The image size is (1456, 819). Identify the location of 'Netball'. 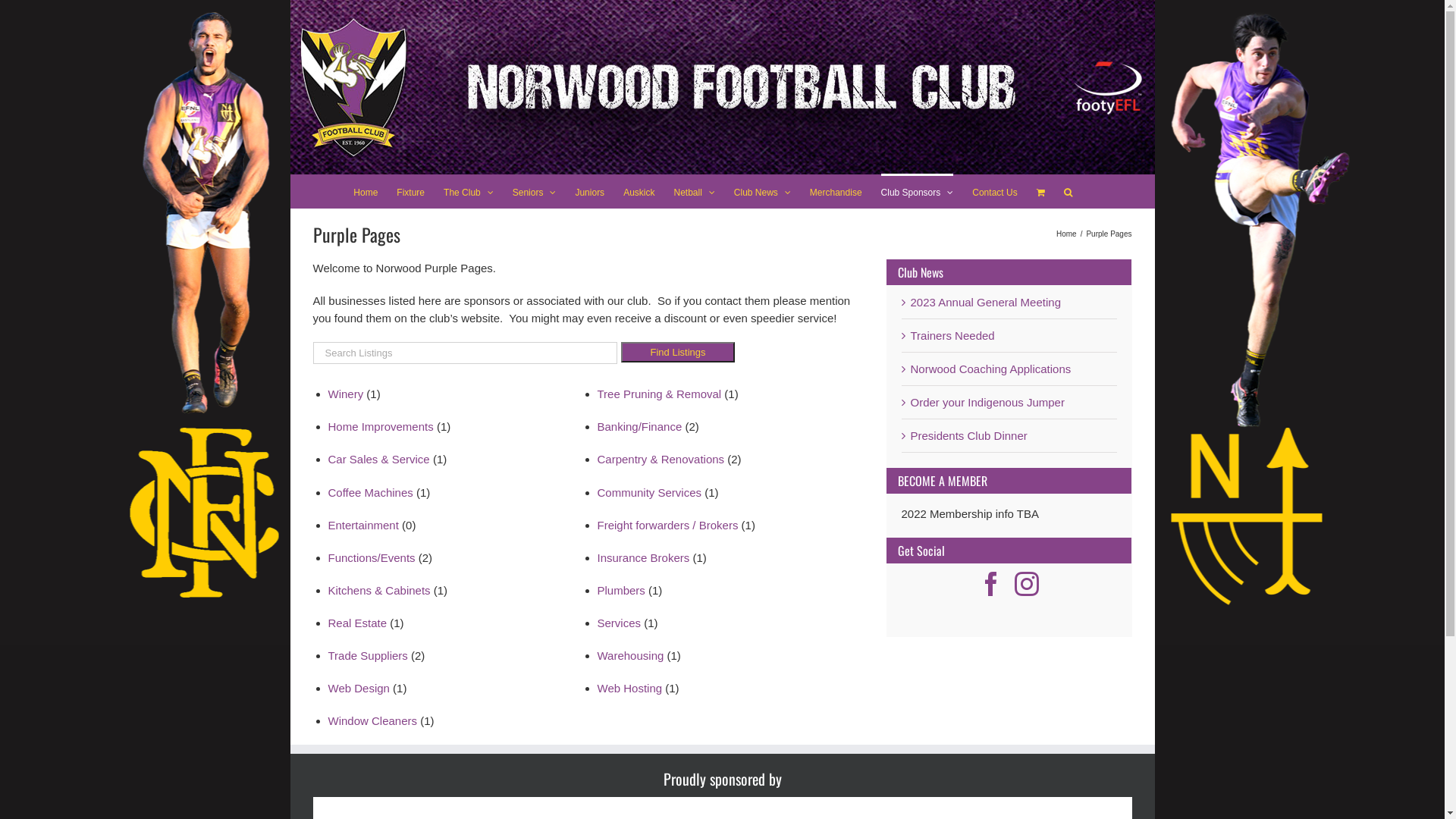
(693, 190).